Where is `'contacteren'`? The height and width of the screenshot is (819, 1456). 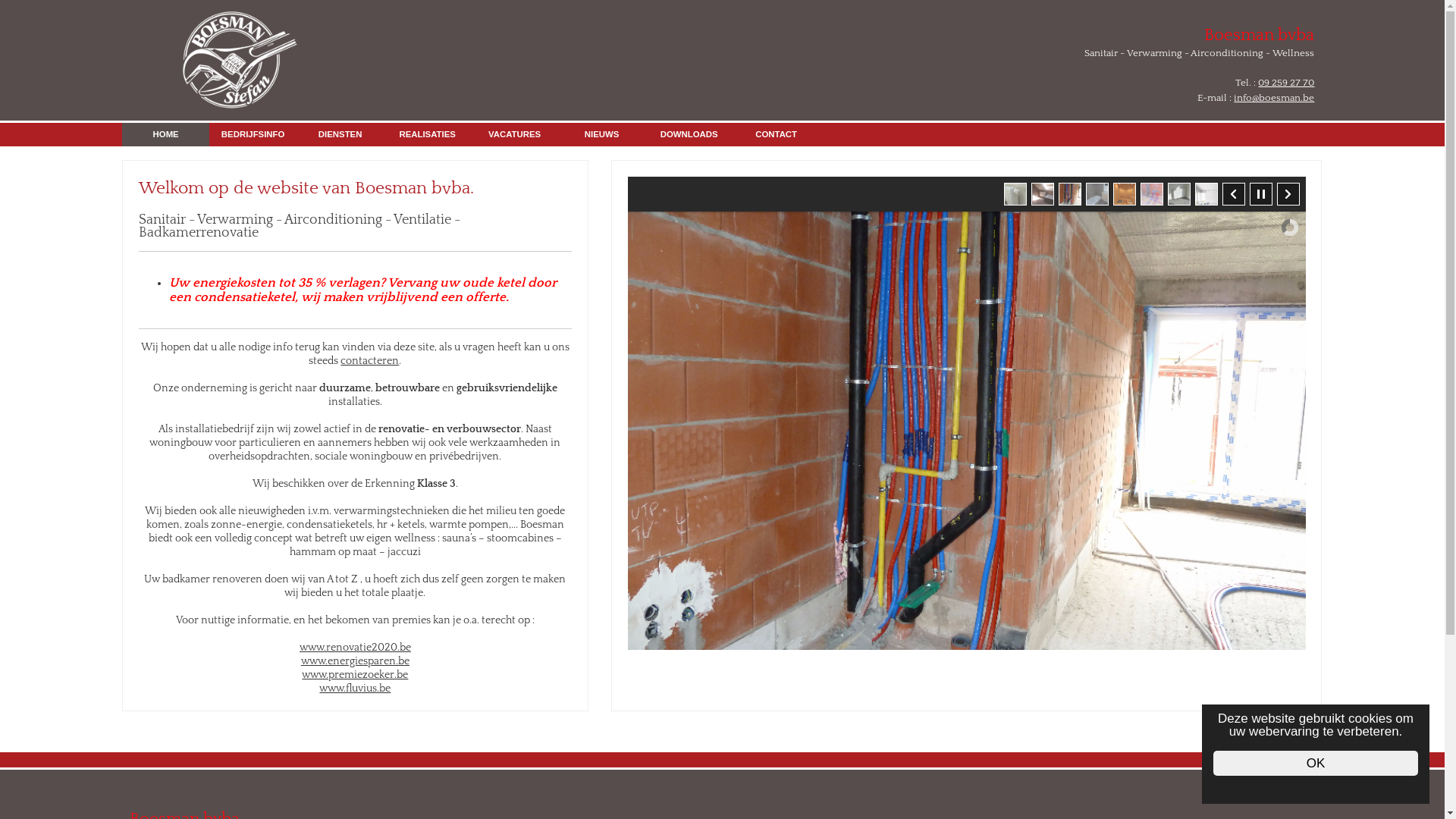
'contacteren' is located at coordinates (369, 360).